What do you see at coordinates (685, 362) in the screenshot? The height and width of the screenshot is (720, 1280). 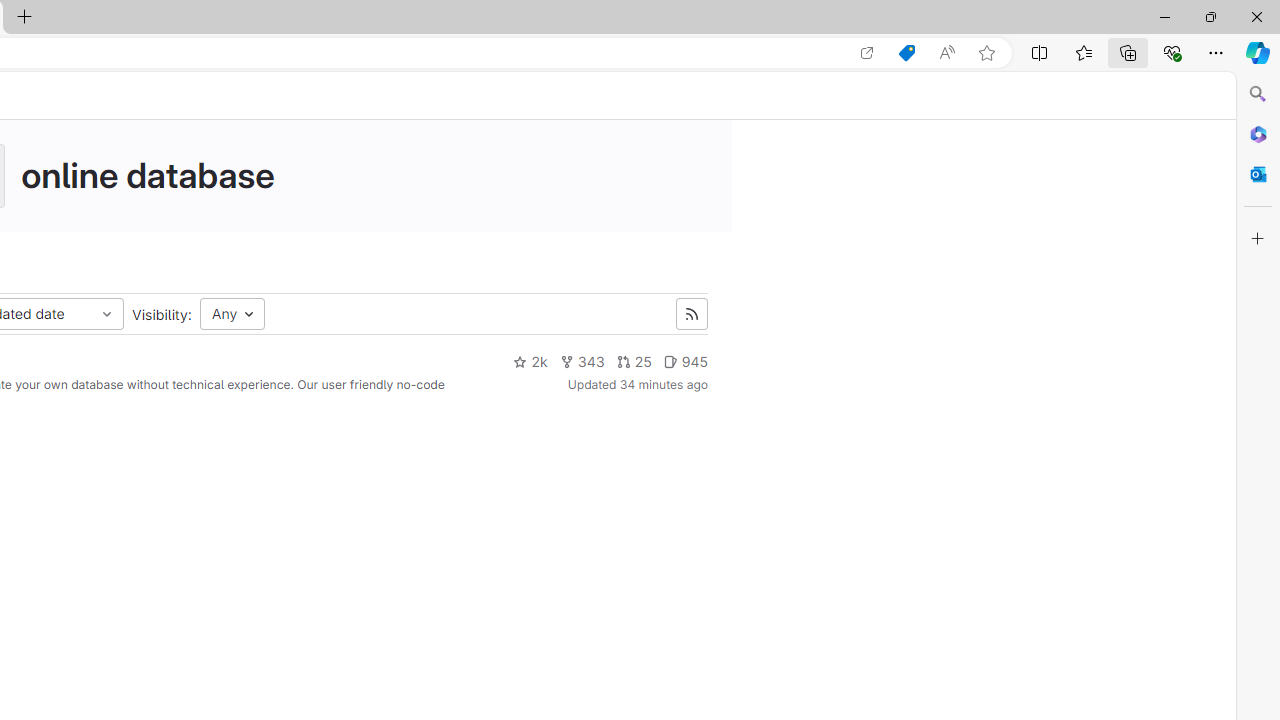 I see `'945'` at bounding box center [685, 362].